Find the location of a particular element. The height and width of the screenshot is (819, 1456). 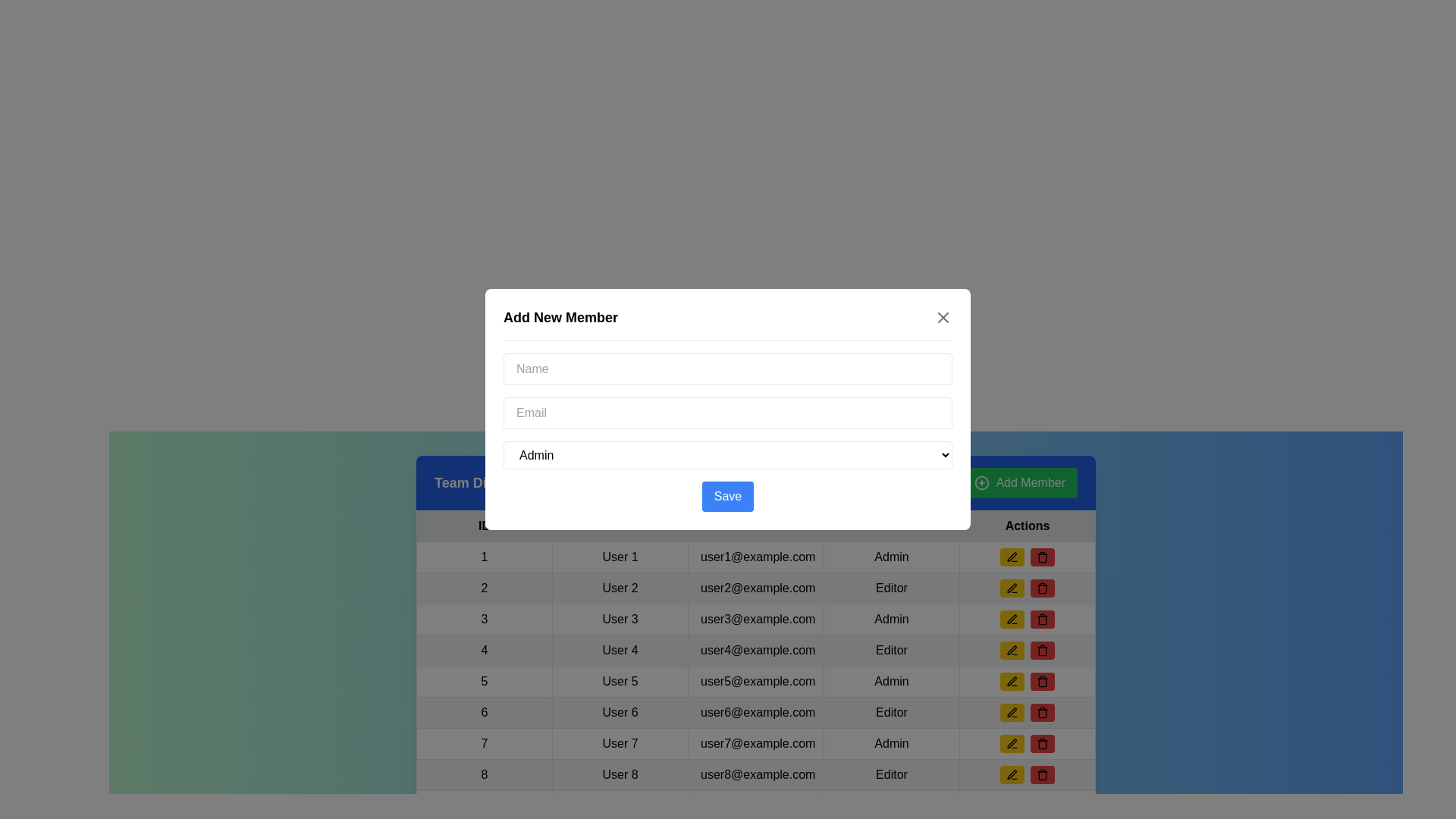

the table cell in the first column of the second row, which serves as an identifier for a specific data entry is located at coordinates (483, 587).